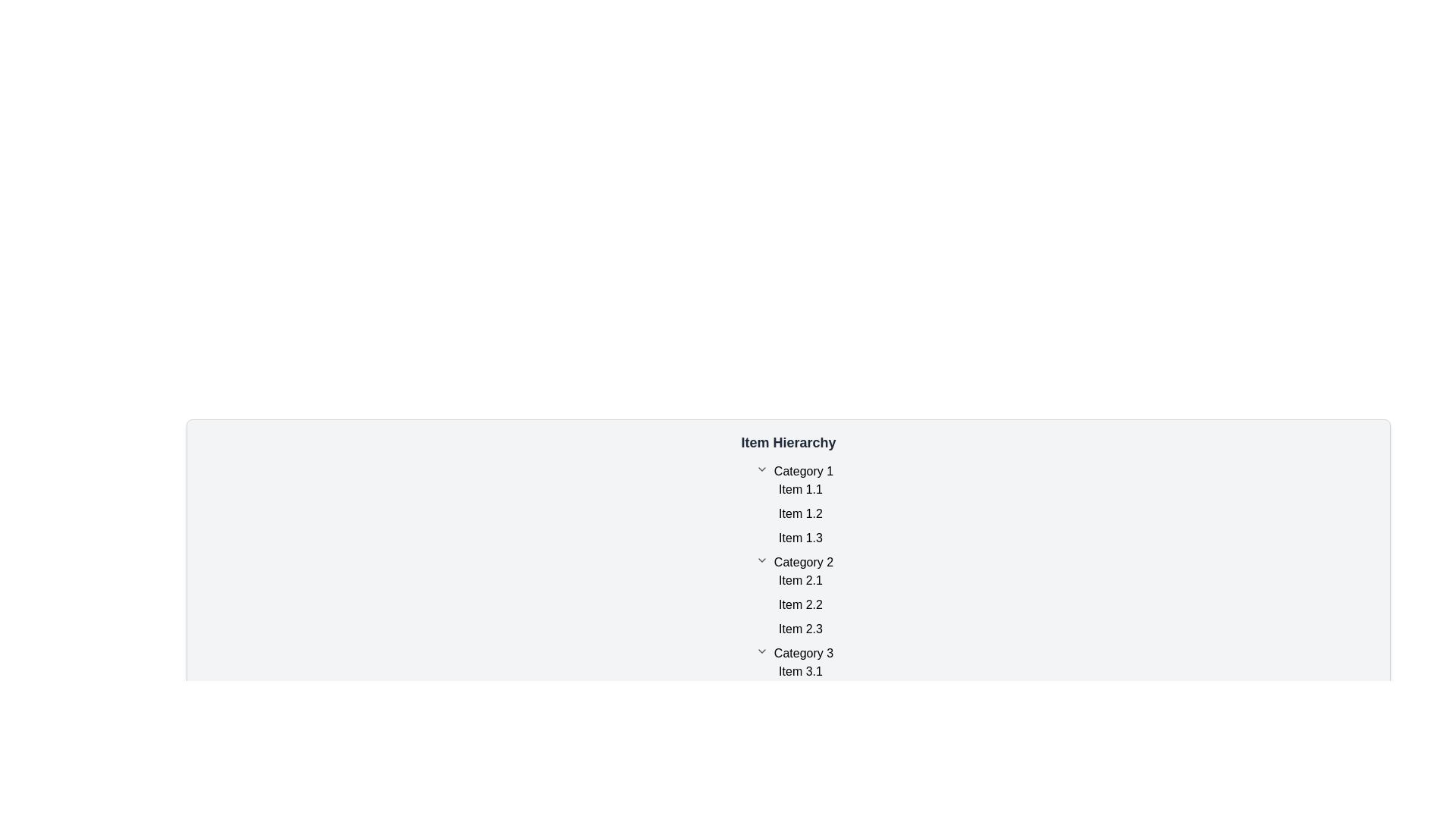 The height and width of the screenshot is (819, 1456). I want to click on the toggle button to the left of 'Category 3', so click(761, 651).